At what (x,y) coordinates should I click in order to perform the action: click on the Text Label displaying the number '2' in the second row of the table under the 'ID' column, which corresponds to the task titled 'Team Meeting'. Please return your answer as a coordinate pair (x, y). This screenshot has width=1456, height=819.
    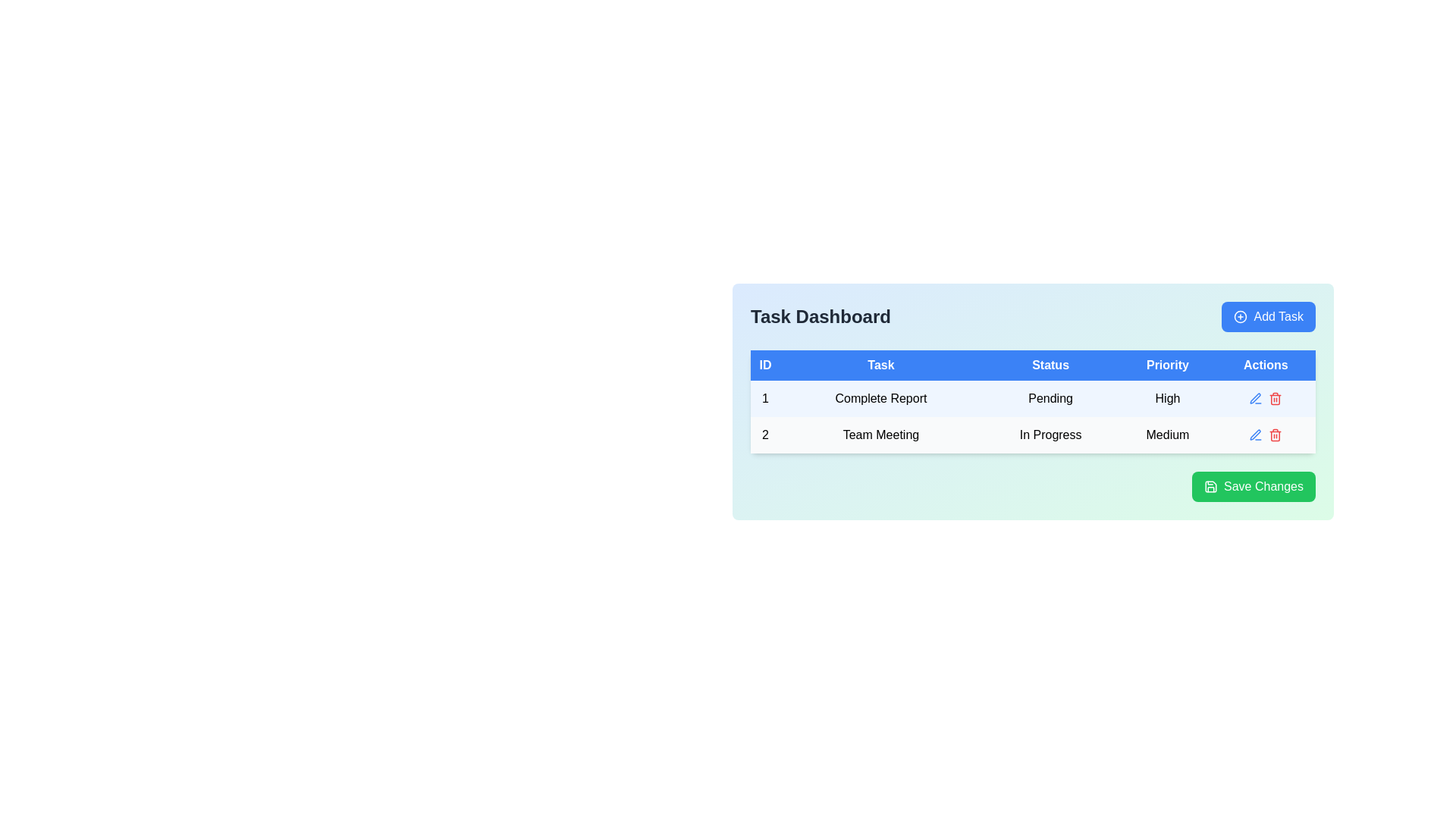
    Looking at the image, I should click on (765, 435).